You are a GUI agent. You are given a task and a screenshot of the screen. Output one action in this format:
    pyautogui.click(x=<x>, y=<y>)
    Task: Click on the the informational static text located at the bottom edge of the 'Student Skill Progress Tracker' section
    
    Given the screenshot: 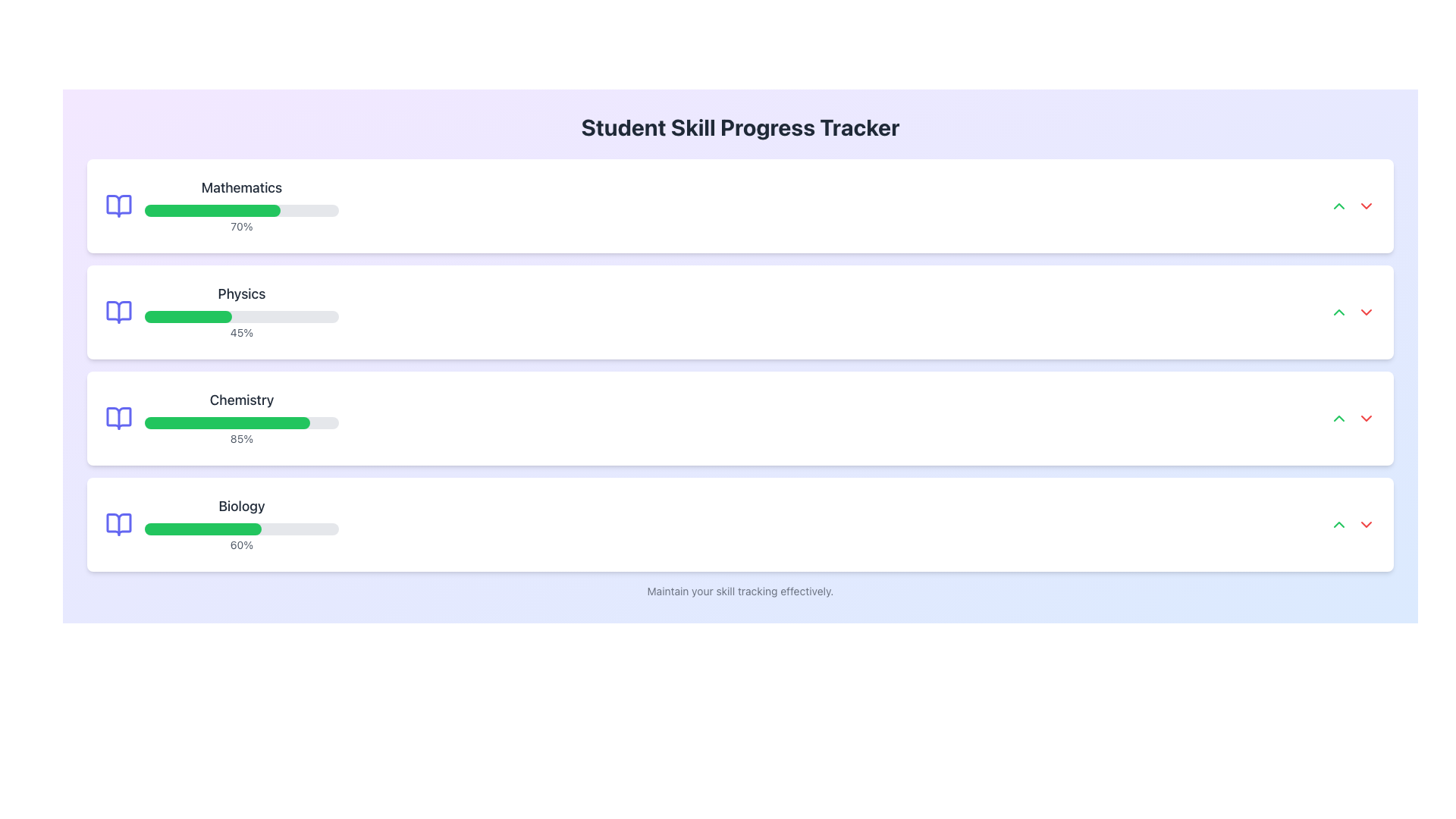 What is the action you would take?
    pyautogui.click(x=740, y=590)
    